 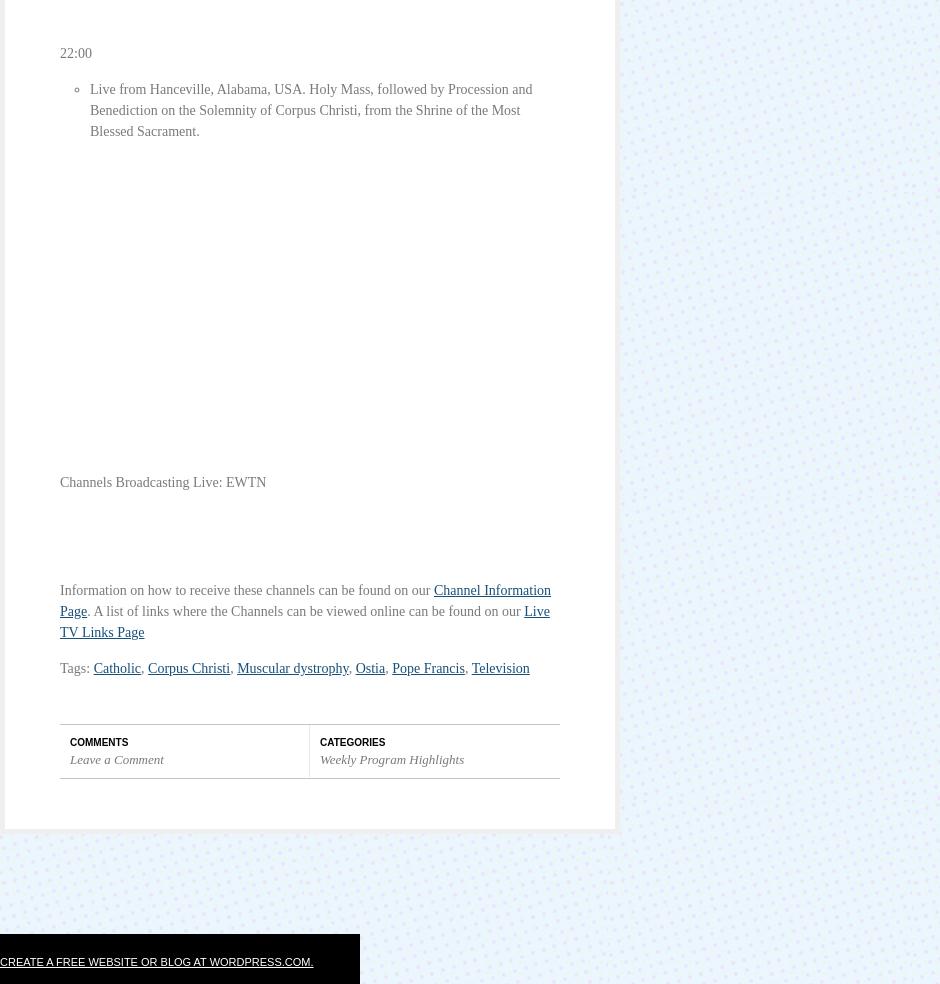 What do you see at coordinates (155, 960) in the screenshot?
I see `'Create a free website or blog at WordPress.com.'` at bounding box center [155, 960].